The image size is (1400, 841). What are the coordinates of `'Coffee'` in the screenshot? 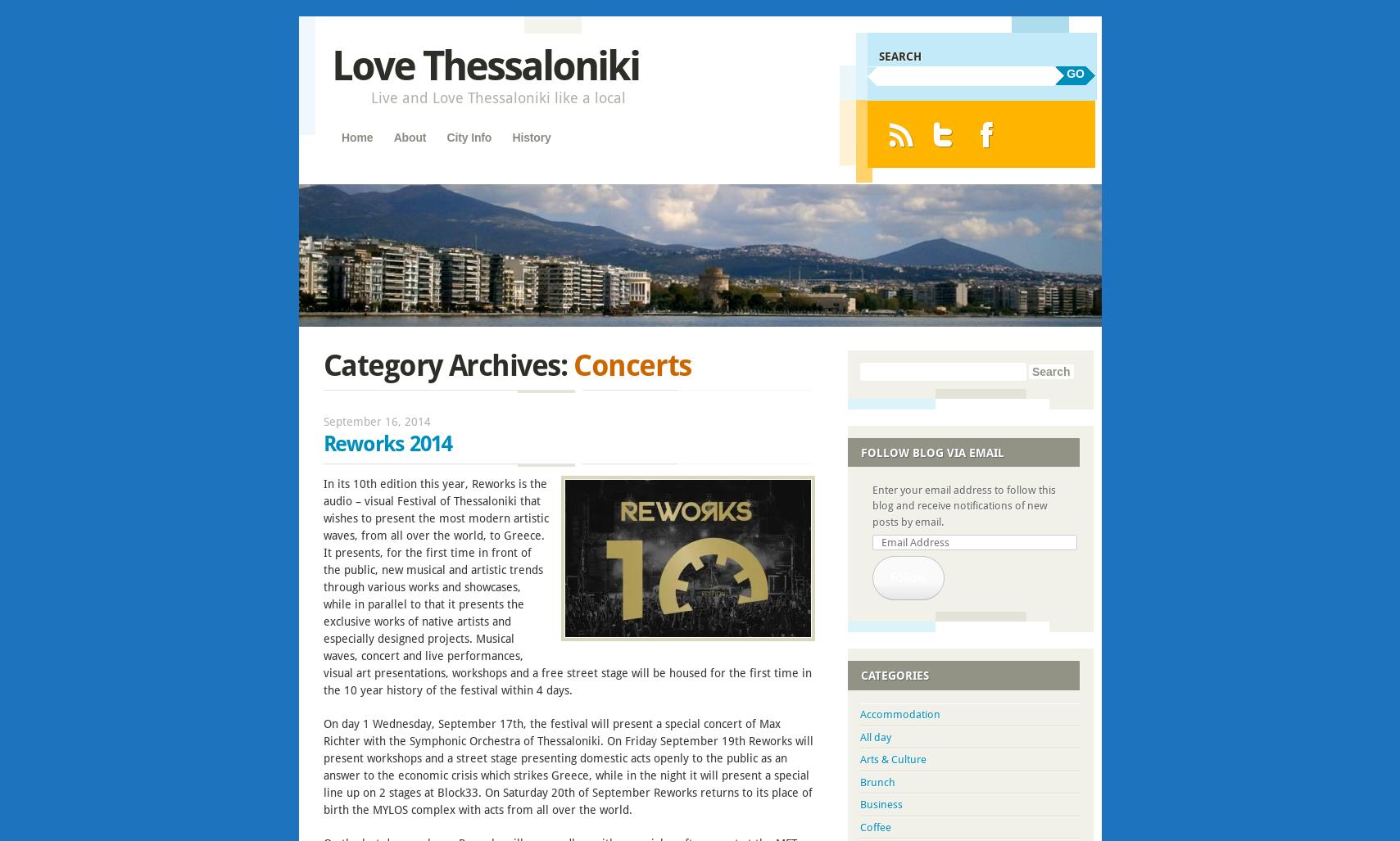 It's located at (874, 825).